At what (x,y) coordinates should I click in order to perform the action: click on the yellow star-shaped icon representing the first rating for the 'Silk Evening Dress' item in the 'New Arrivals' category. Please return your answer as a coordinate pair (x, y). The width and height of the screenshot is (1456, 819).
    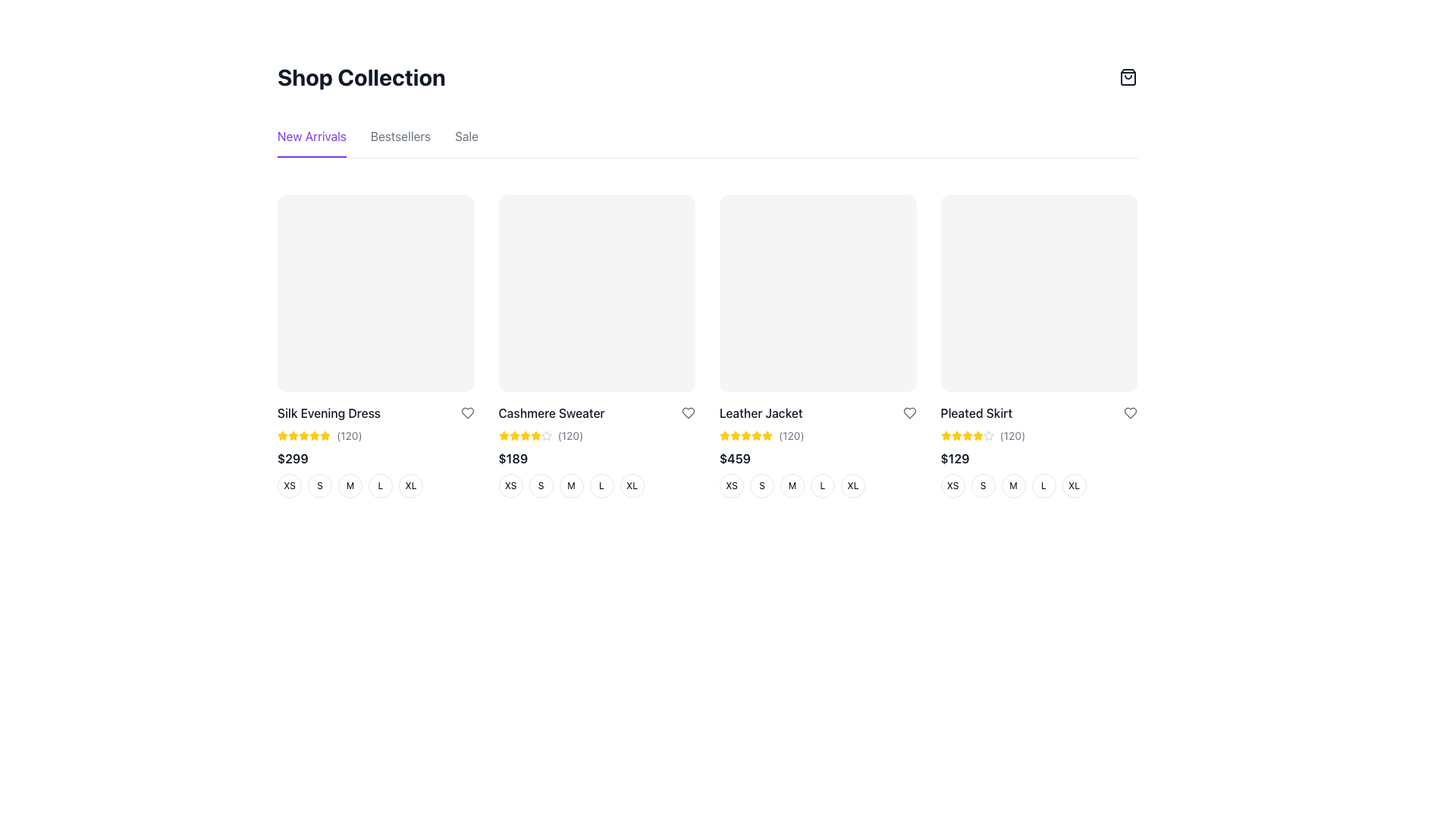
    Looking at the image, I should click on (283, 435).